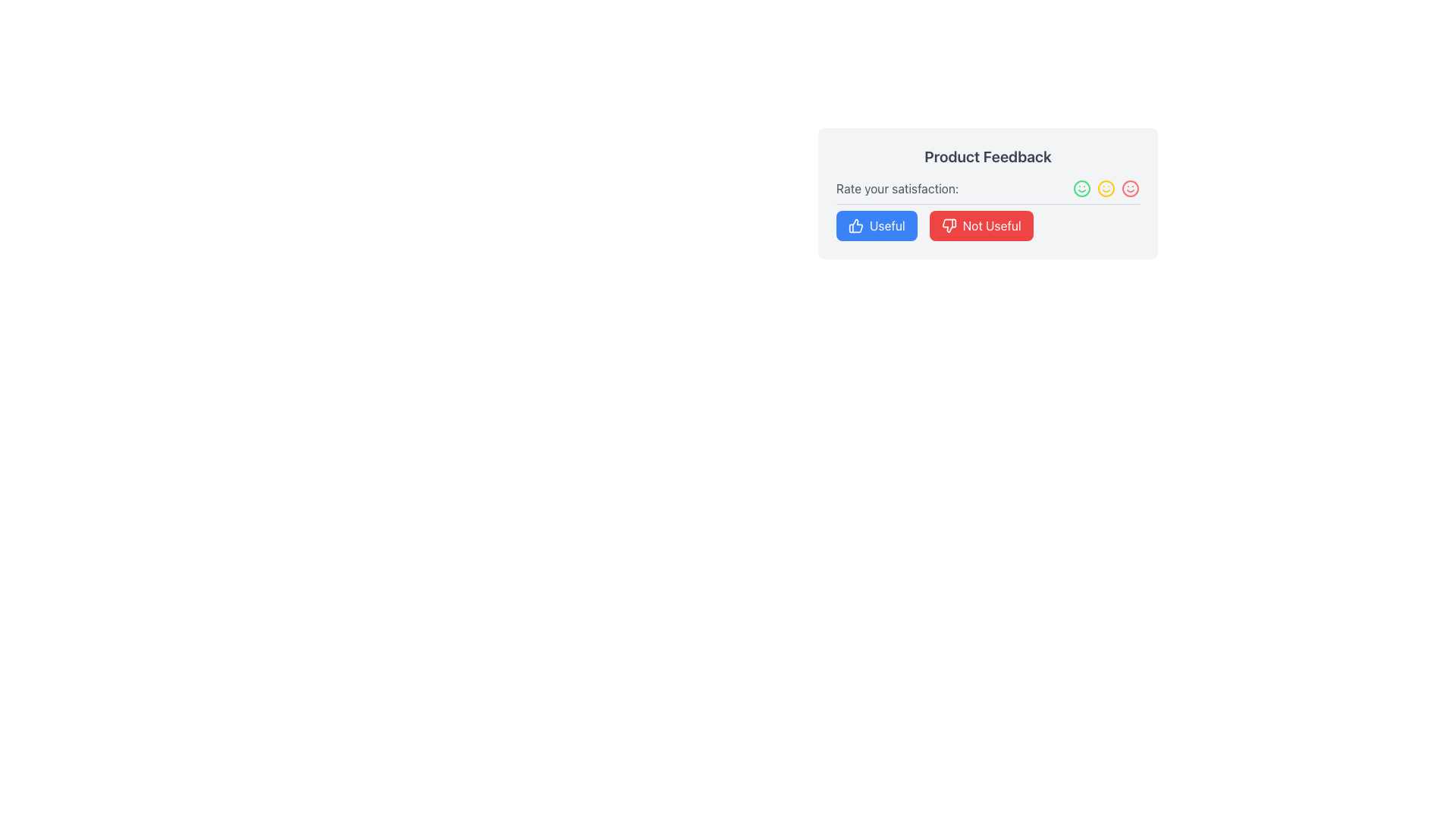 This screenshot has height=819, width=1456. Describe the element at coordinates (1081, 188) in the screenshot. I see `the second feedback emoticon in the SVG graphic` at that location.